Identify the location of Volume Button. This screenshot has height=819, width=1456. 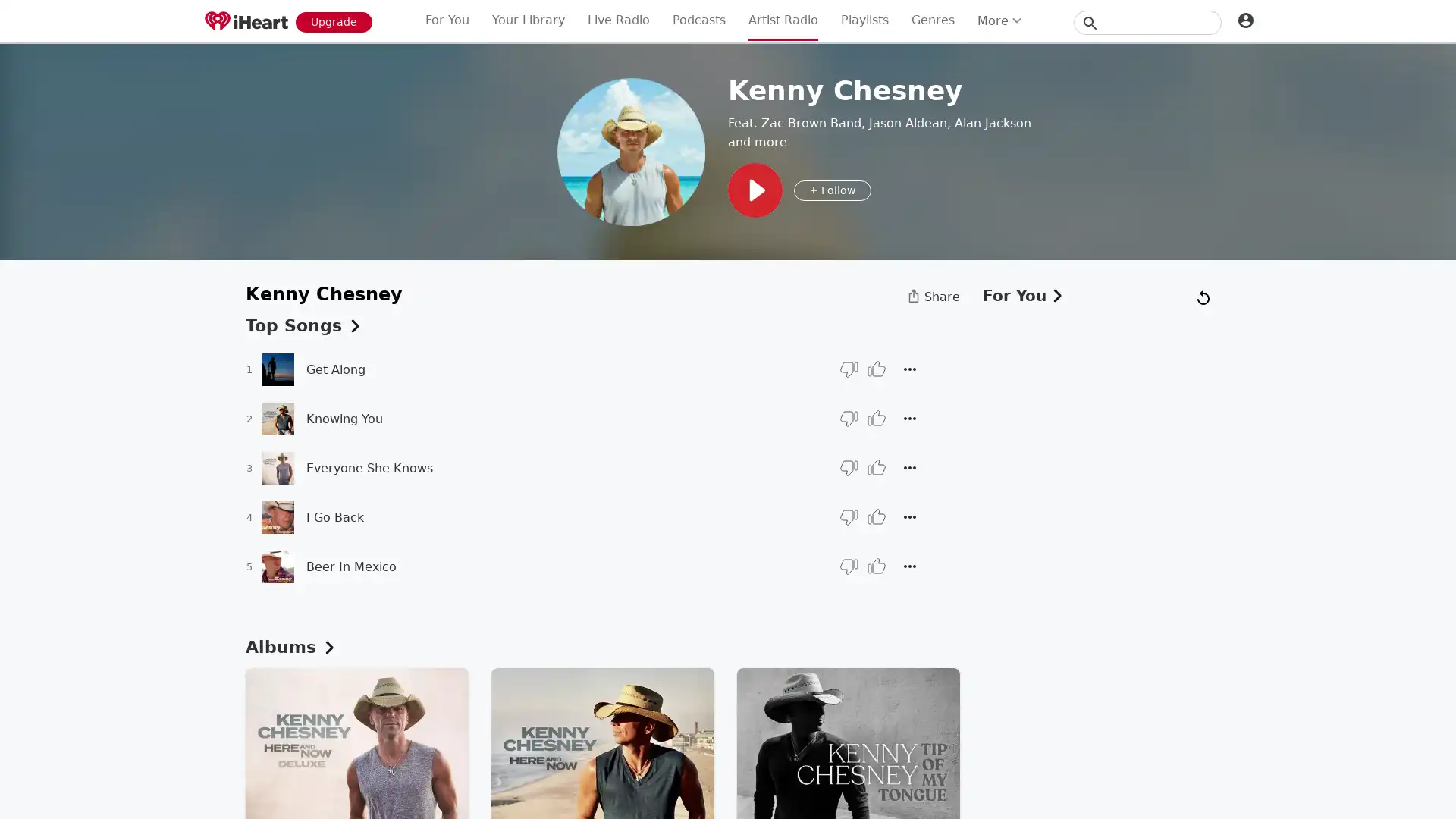
(802, 782).